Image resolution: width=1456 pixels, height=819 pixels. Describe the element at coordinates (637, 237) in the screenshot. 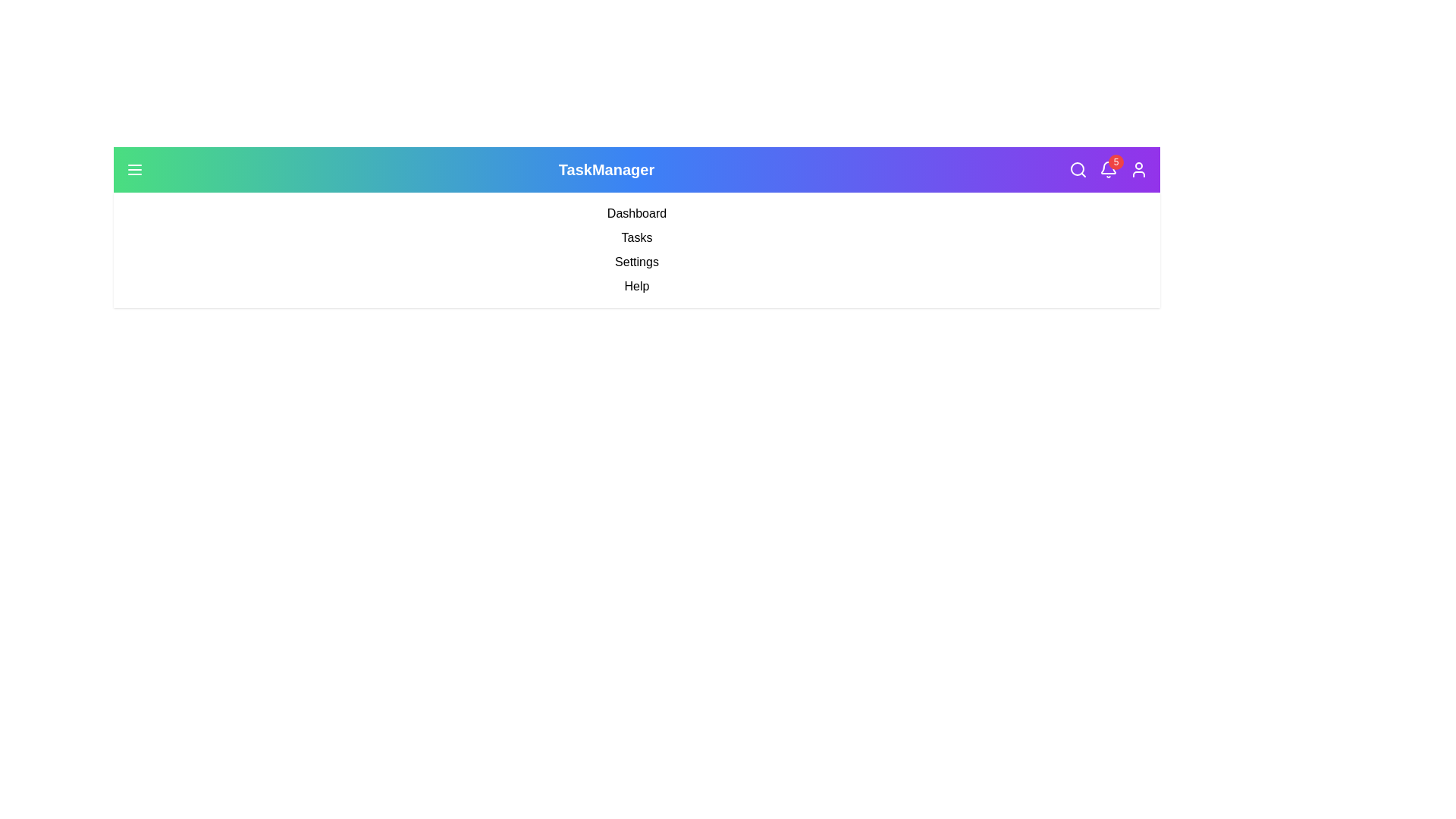

I see `the second item in the vertical menu list, which is located directly below the 'Dashboard' option and above the 'Settings' option` at that location.